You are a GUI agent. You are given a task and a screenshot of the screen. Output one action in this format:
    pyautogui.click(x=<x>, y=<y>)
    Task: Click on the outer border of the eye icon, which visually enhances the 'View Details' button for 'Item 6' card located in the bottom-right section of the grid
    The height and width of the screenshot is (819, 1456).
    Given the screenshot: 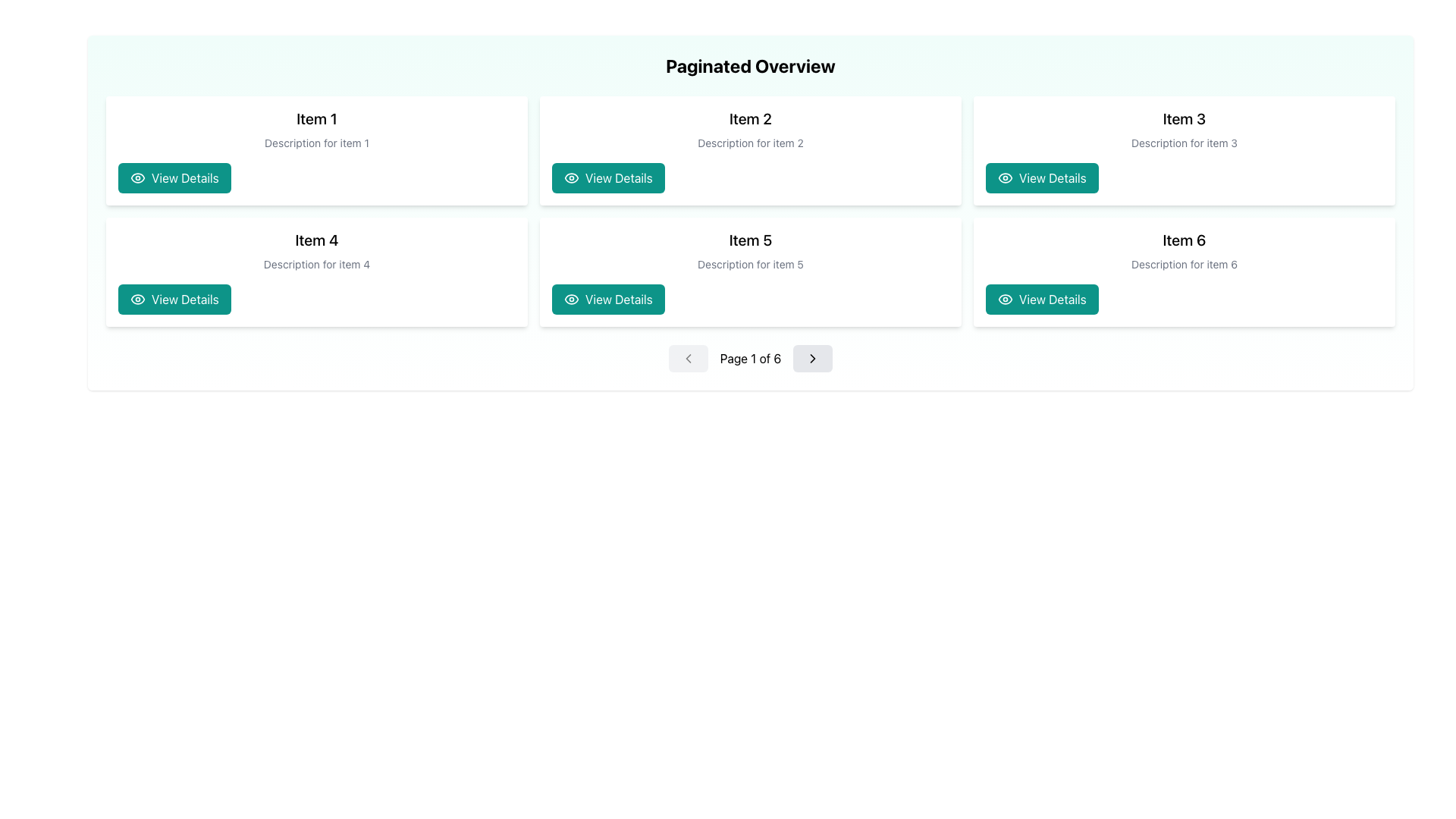 What is the action you would take?
    pyautogui.click(x=1005, y=299)
    